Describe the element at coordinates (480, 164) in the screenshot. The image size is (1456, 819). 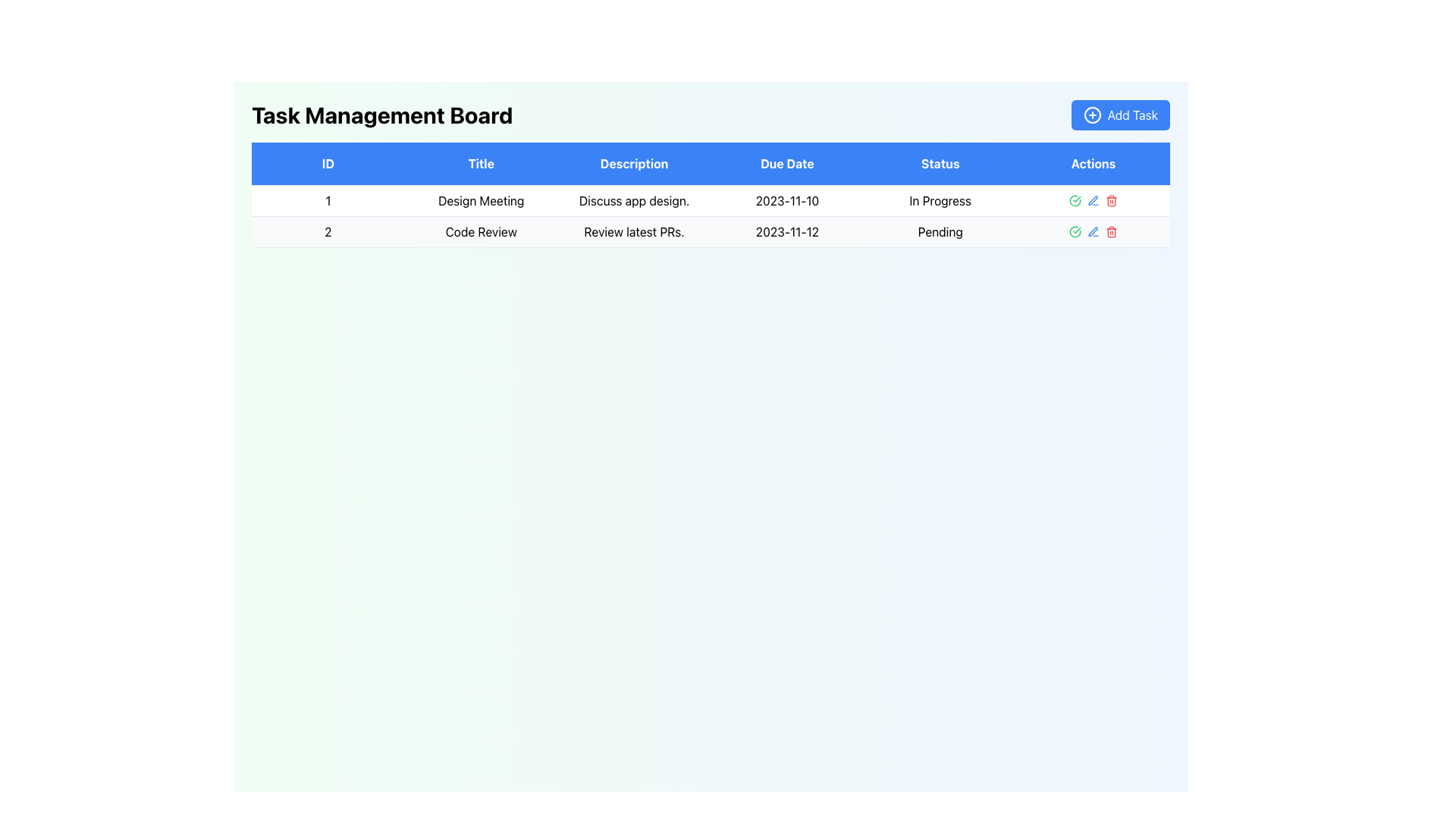
I see `the Table header cell containing the text 'Title', which is displayed in white on a blue background, located in the top horizontal row of the tabular layout` at that location.